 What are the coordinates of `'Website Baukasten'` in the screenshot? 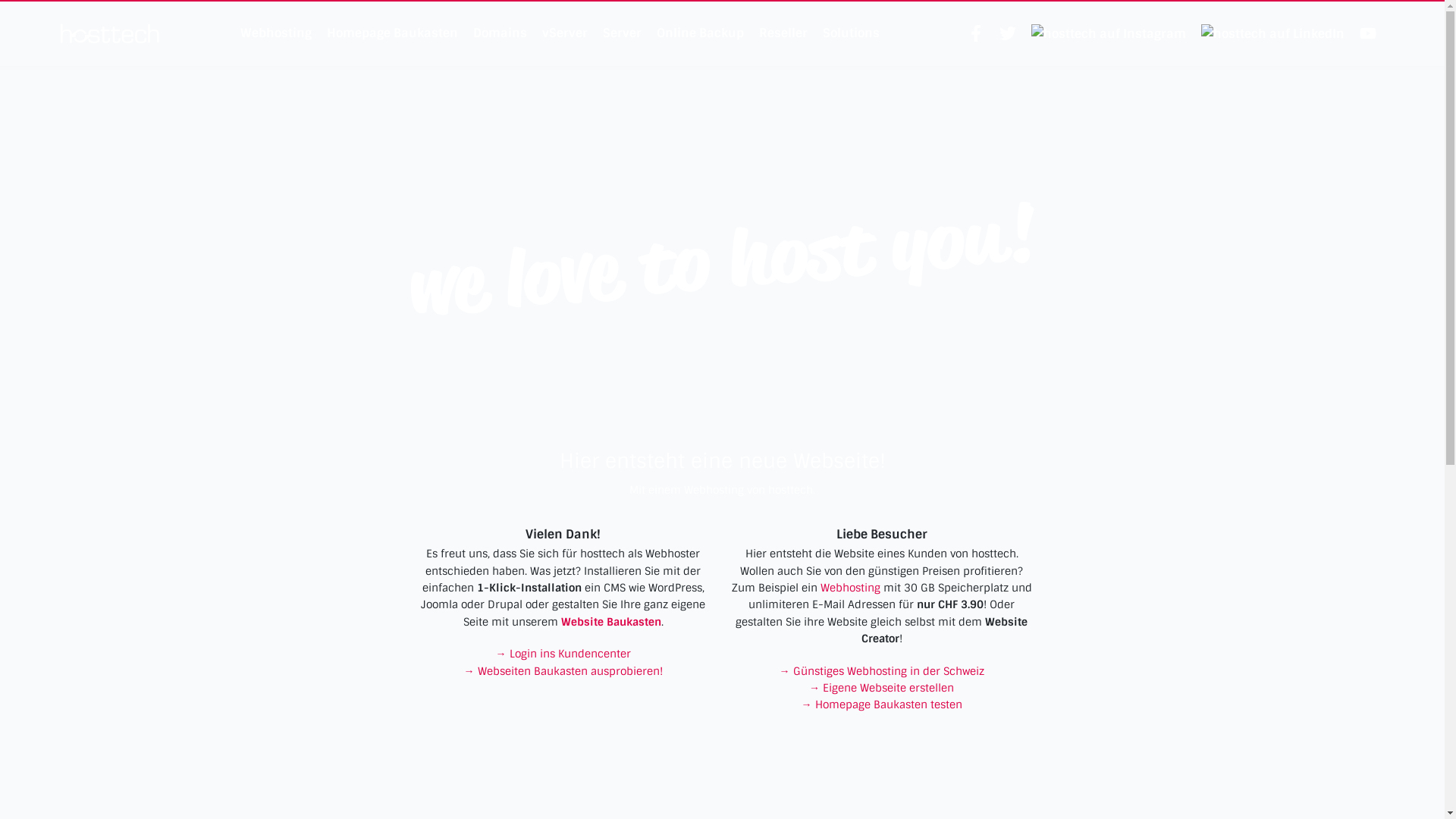 It's located at (560, 622).